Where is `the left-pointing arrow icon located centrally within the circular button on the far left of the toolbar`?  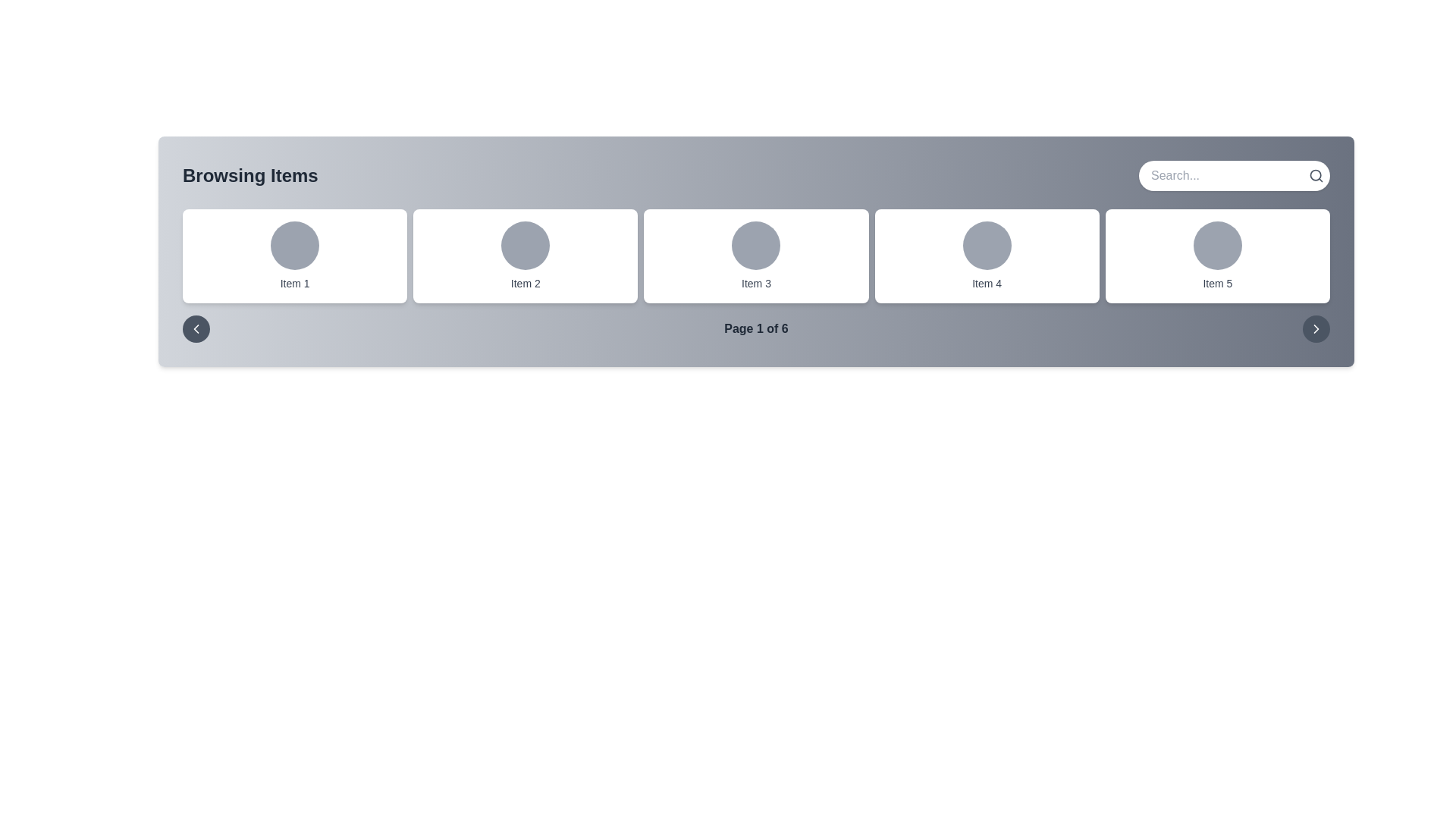 the left-pointing arrow icon located centrally within the circular button on the far left of the toolbar is located at coordinates (196, 328).